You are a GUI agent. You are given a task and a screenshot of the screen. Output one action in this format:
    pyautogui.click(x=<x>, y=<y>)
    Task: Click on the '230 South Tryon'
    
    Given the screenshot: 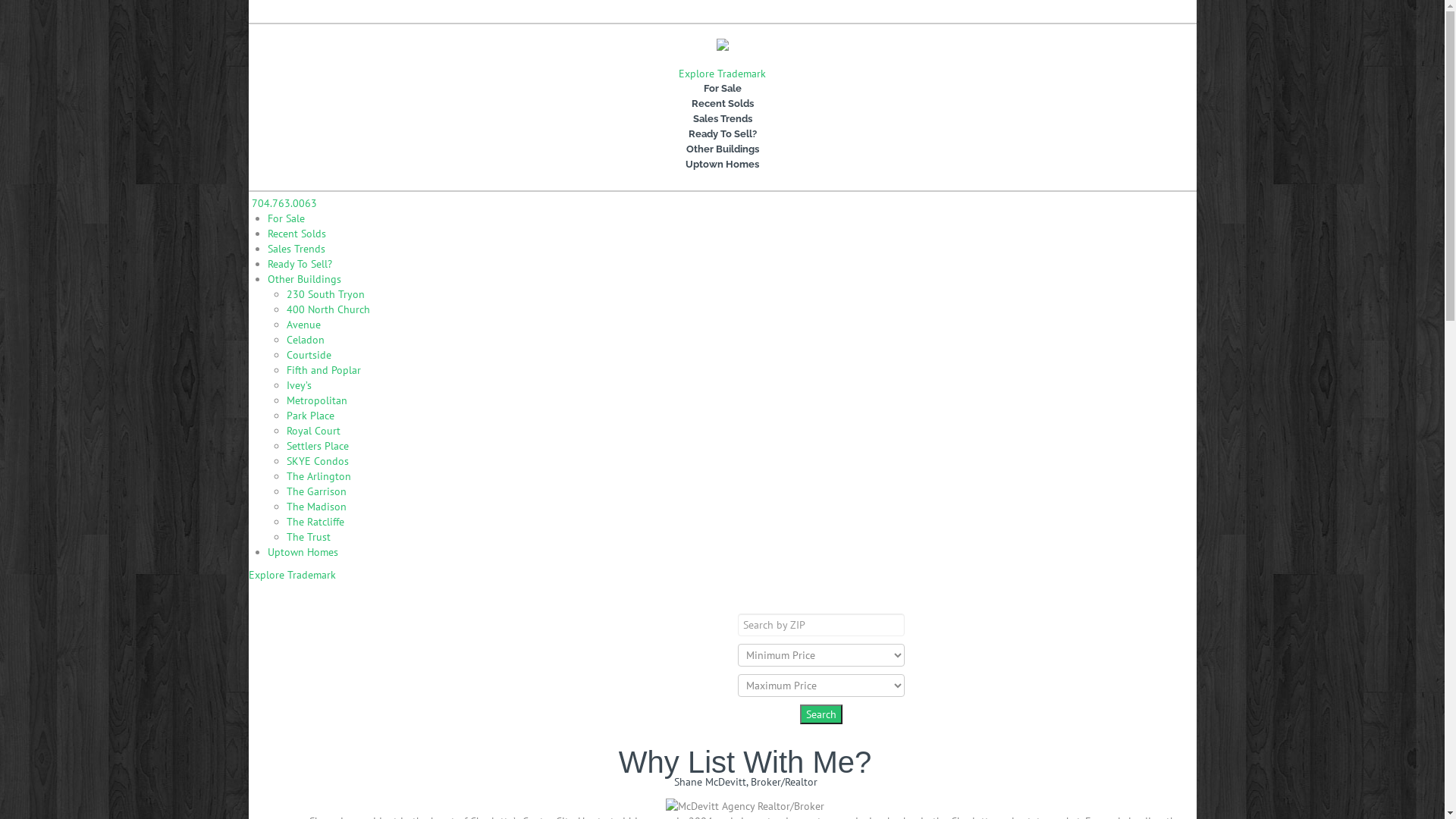 What is the action you would take?
    pyautogui.click(x=325, y=294)
    